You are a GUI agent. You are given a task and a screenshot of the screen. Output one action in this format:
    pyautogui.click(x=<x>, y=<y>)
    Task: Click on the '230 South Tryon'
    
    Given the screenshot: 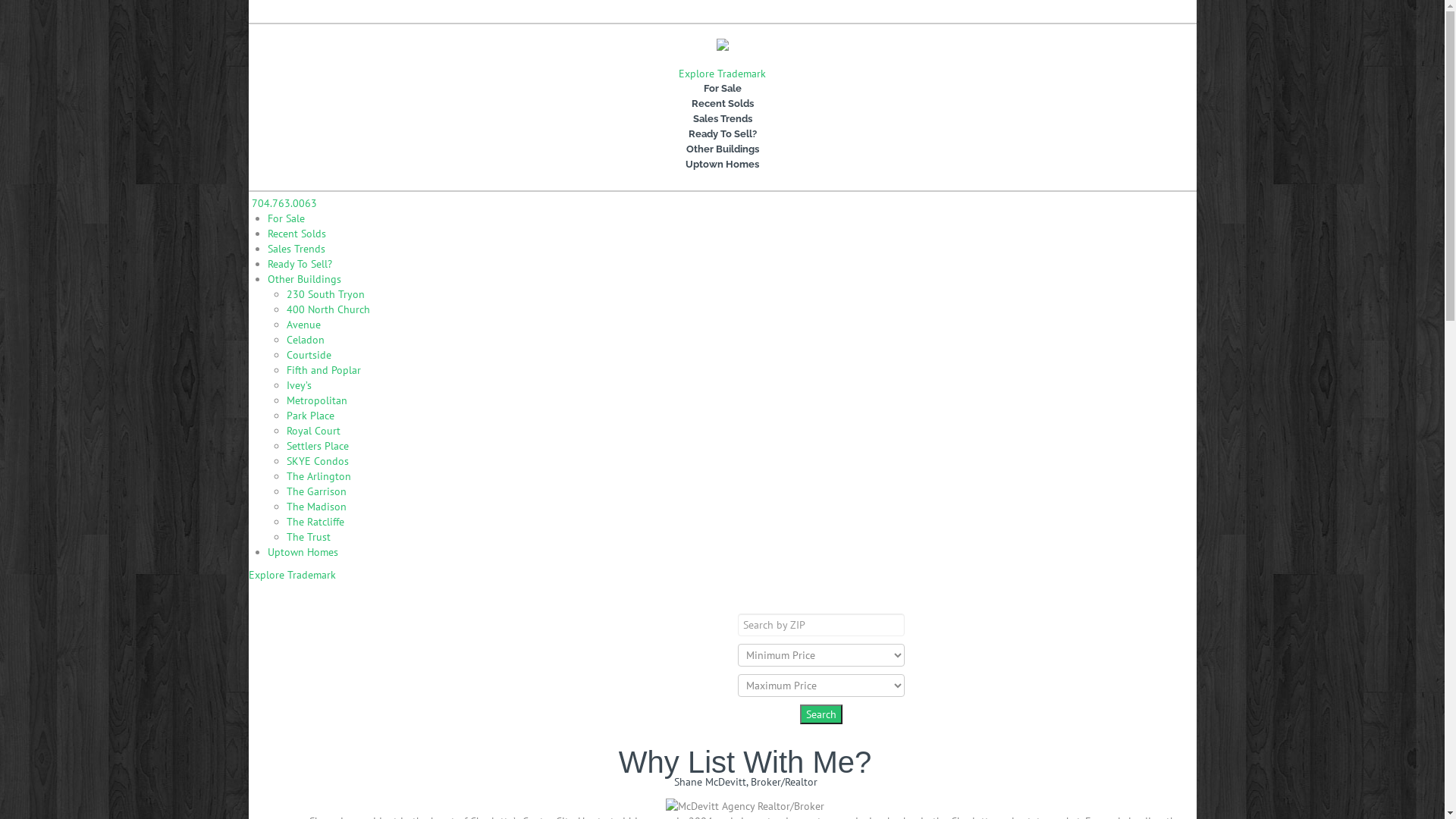 What is the action you would take?
    pyautogui.click(x=325, y=294)
    